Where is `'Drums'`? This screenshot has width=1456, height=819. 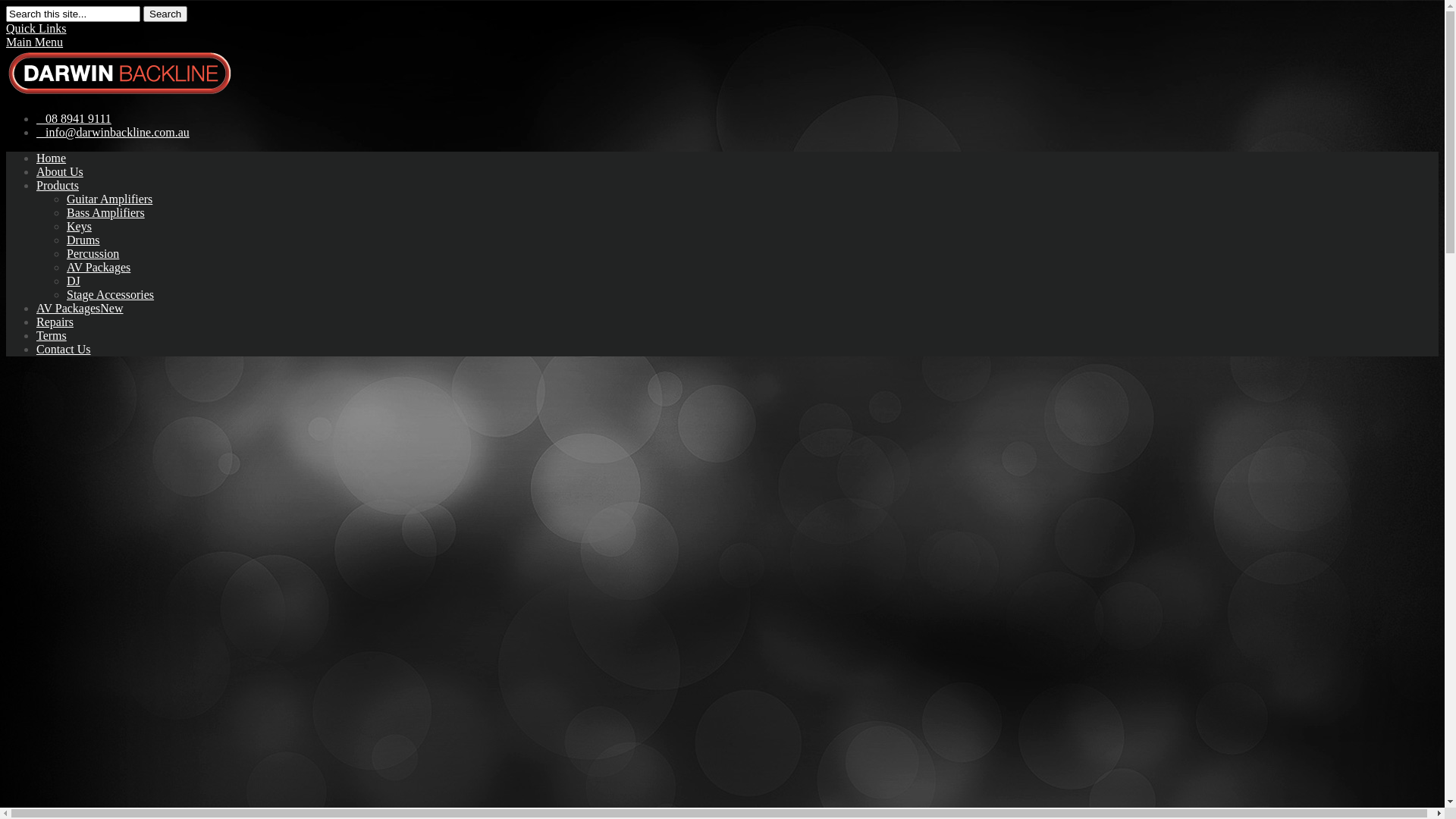
'Drums' is located at coordinates (83, 239).